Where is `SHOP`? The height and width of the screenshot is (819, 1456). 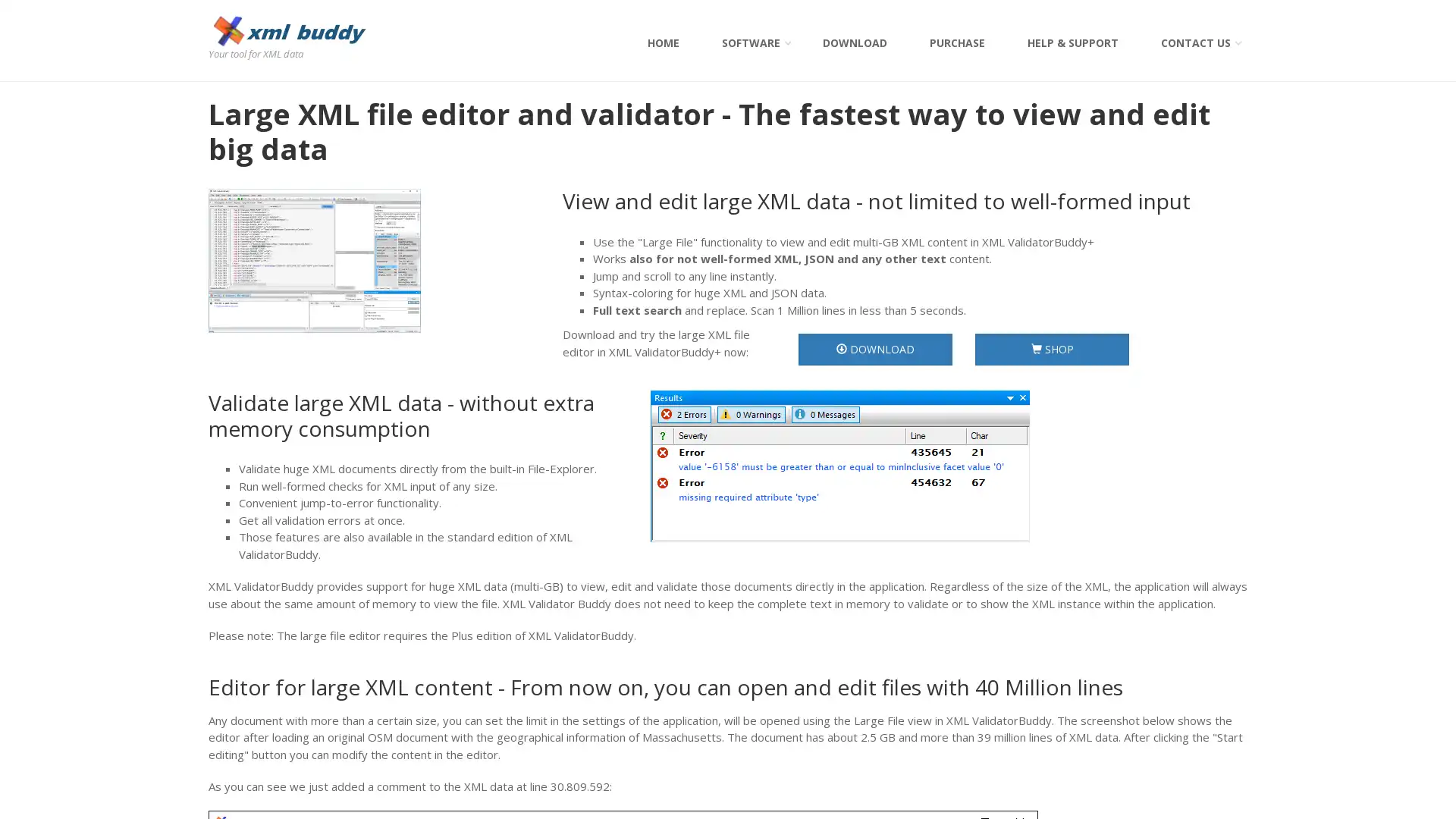
SHOP is located at coordinates (1051, 350).